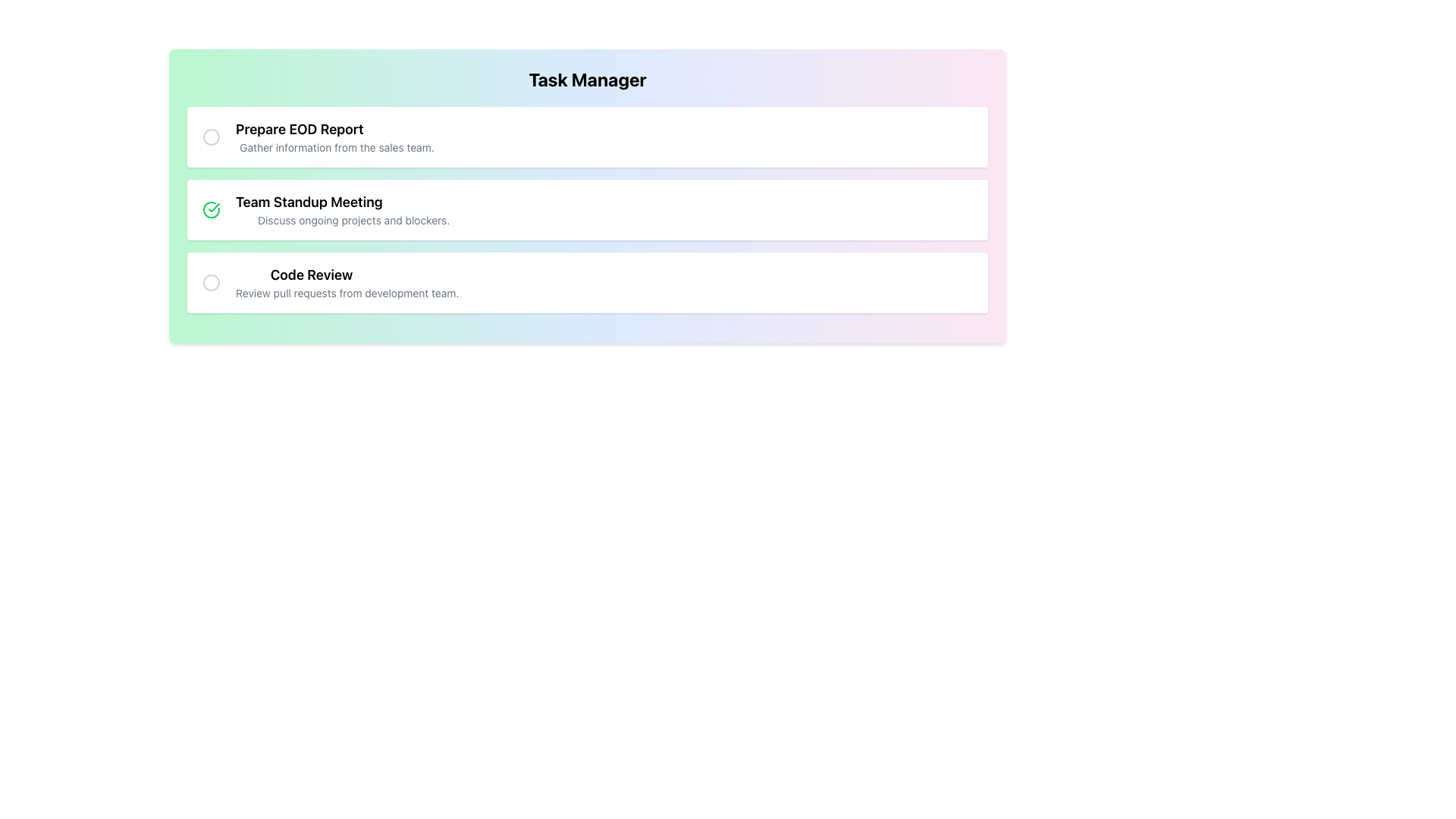 The height and width of the screenshot is (819, 1456). Describe the element at coordinates (347, 275) in the screenshot. I see `text label that displays 'Code Review' with 'Low Priority' underneath, which is the third entry in the Task Manager panel` at that location.